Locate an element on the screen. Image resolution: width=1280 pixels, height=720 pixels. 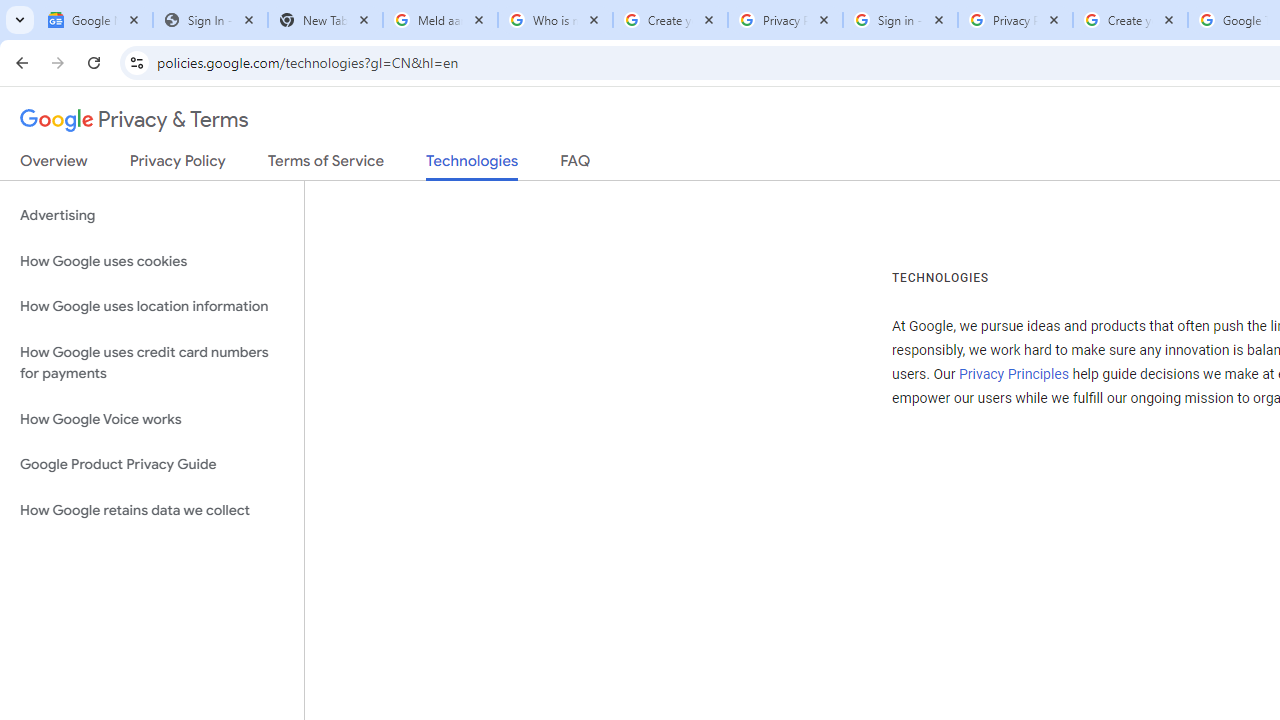
'Advertising' is located at coordinates (151, 216).